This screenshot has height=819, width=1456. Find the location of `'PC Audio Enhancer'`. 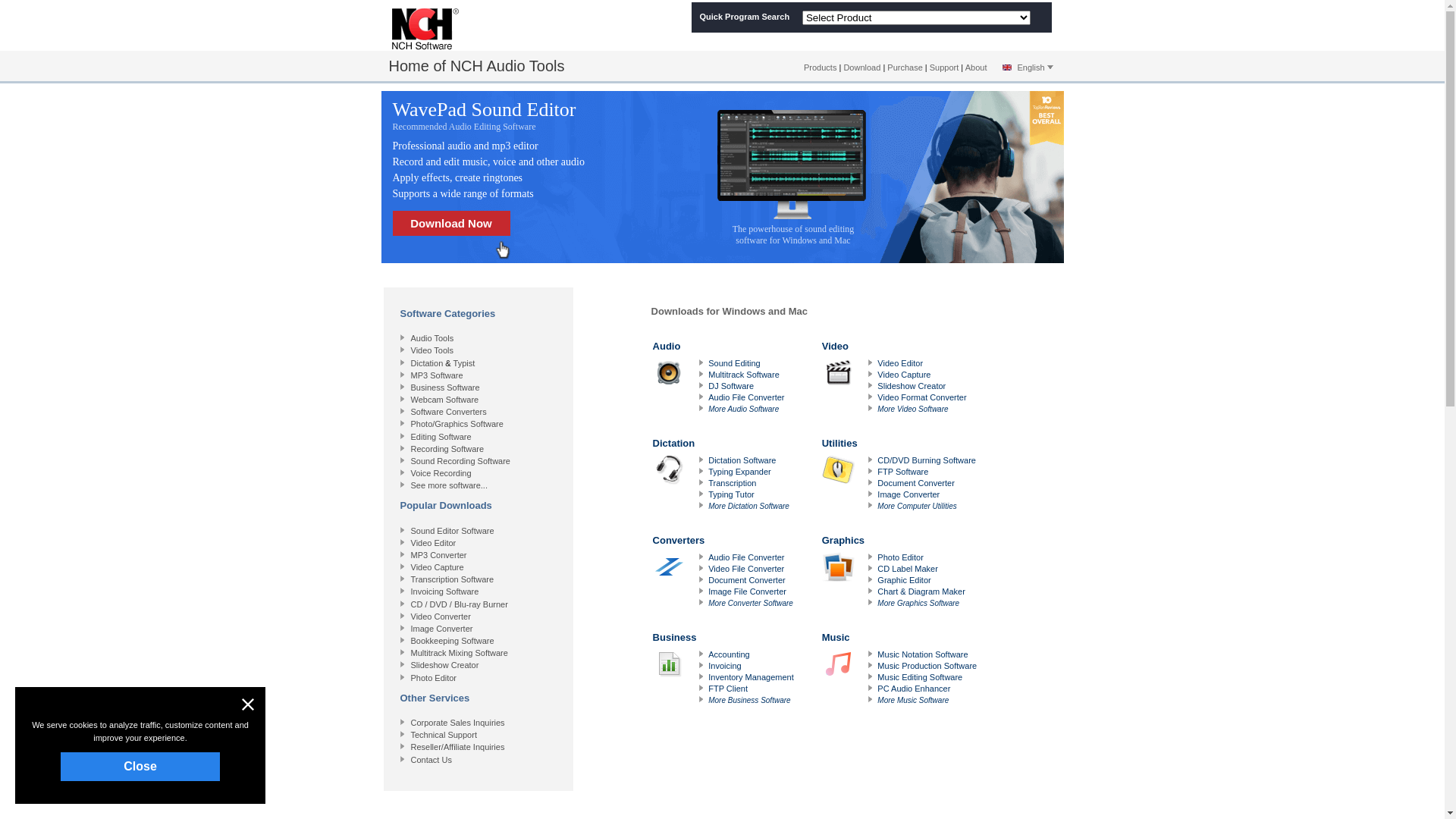

'PC Audio Enhancer' is located at coordinates (877, 688).